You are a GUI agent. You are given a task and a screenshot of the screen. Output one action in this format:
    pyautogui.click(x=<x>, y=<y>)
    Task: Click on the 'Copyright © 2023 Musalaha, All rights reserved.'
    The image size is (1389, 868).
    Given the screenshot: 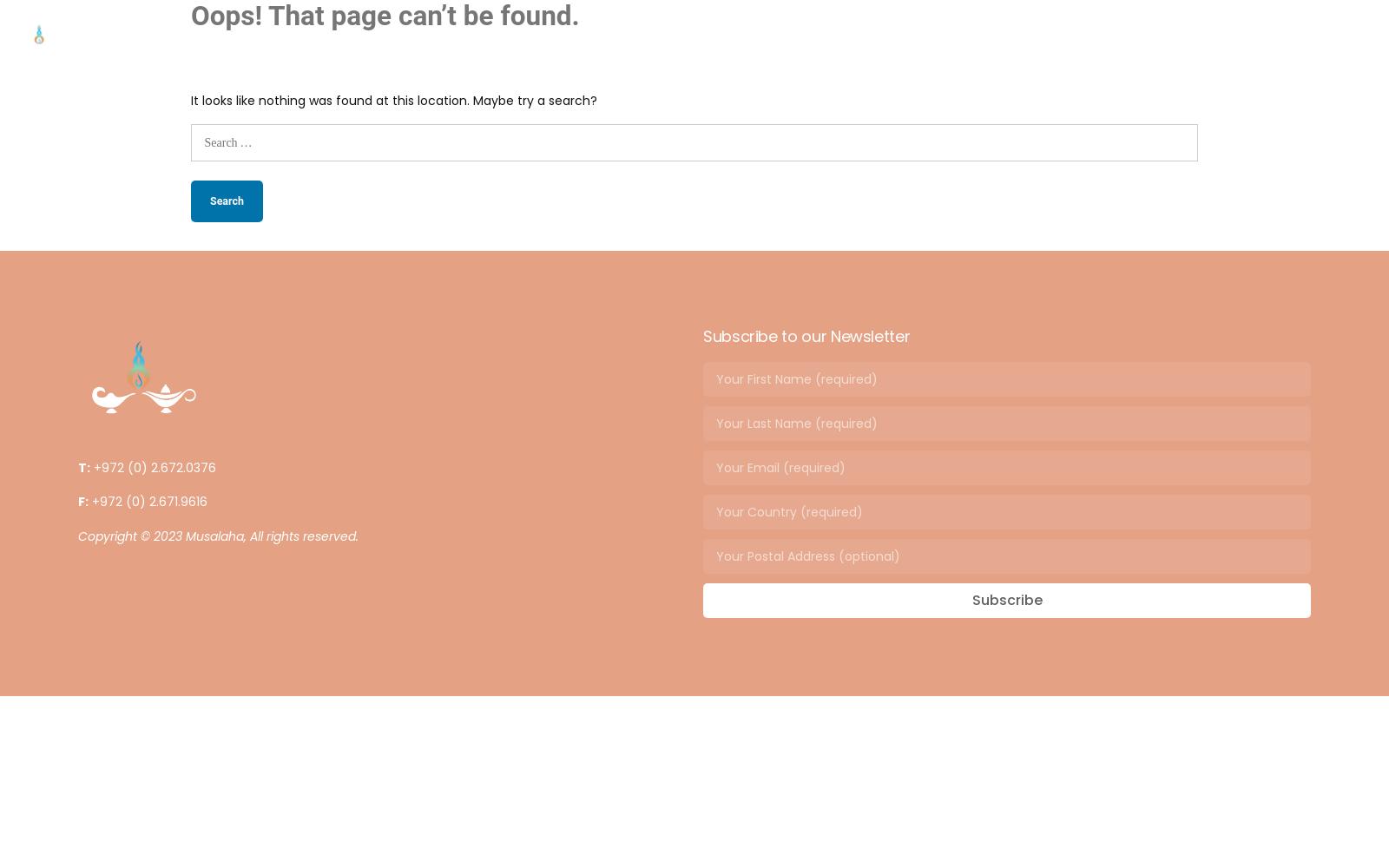 What is the action you would take?
    pyautogui.click(x=218, y=535)
    